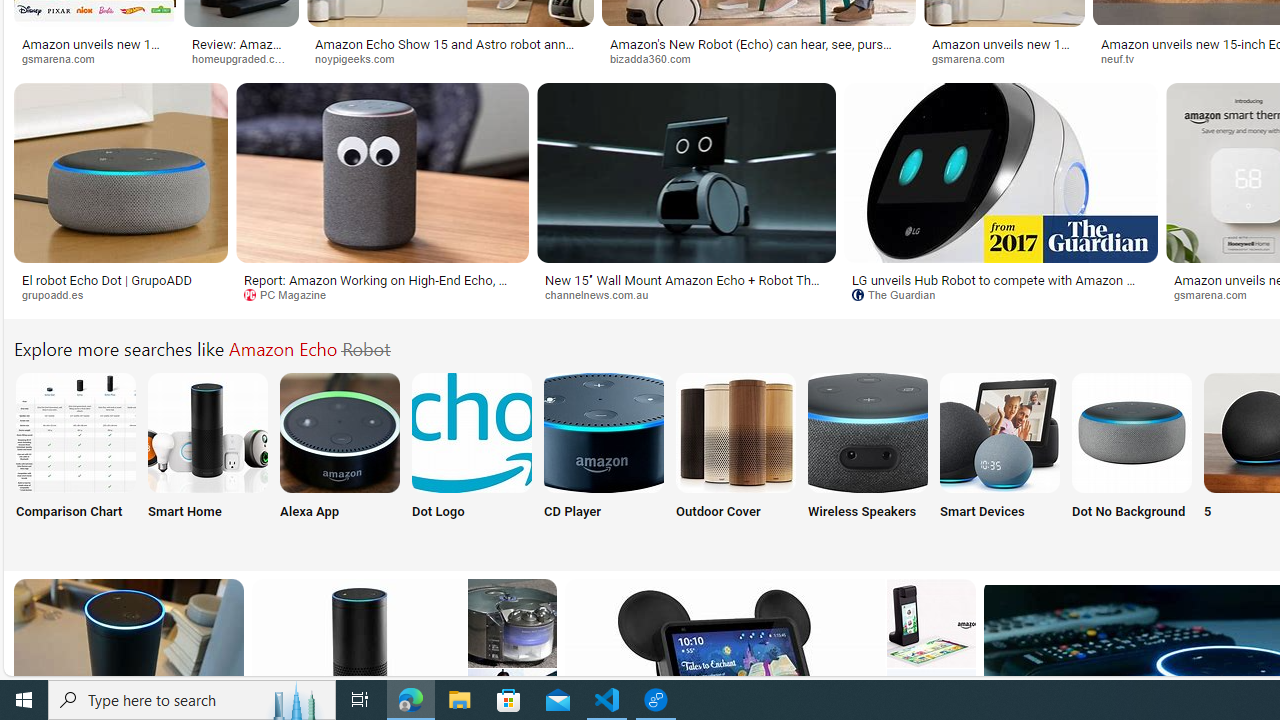 The width and height of the screenshot is (1280, 720). Describe the element at coordinates (867, 458) in the screenshot. I see `'Amazon Echo Wireless Speakers Wireless Speakers'` at that location.